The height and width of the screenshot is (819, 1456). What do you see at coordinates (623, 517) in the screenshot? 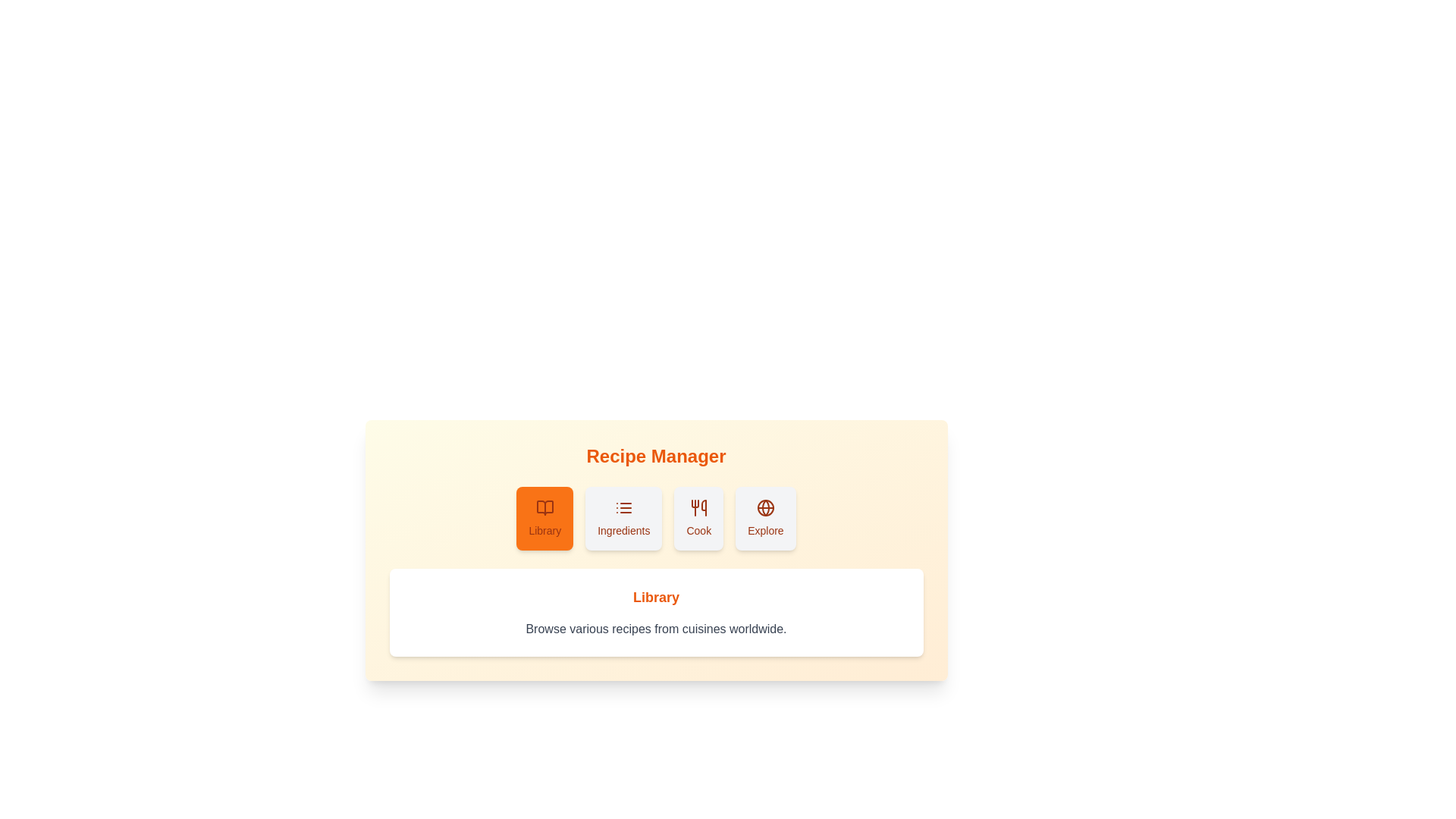
I see `the Ingredients tab in the RecipeCollection component` at bounding box center [623, 517].